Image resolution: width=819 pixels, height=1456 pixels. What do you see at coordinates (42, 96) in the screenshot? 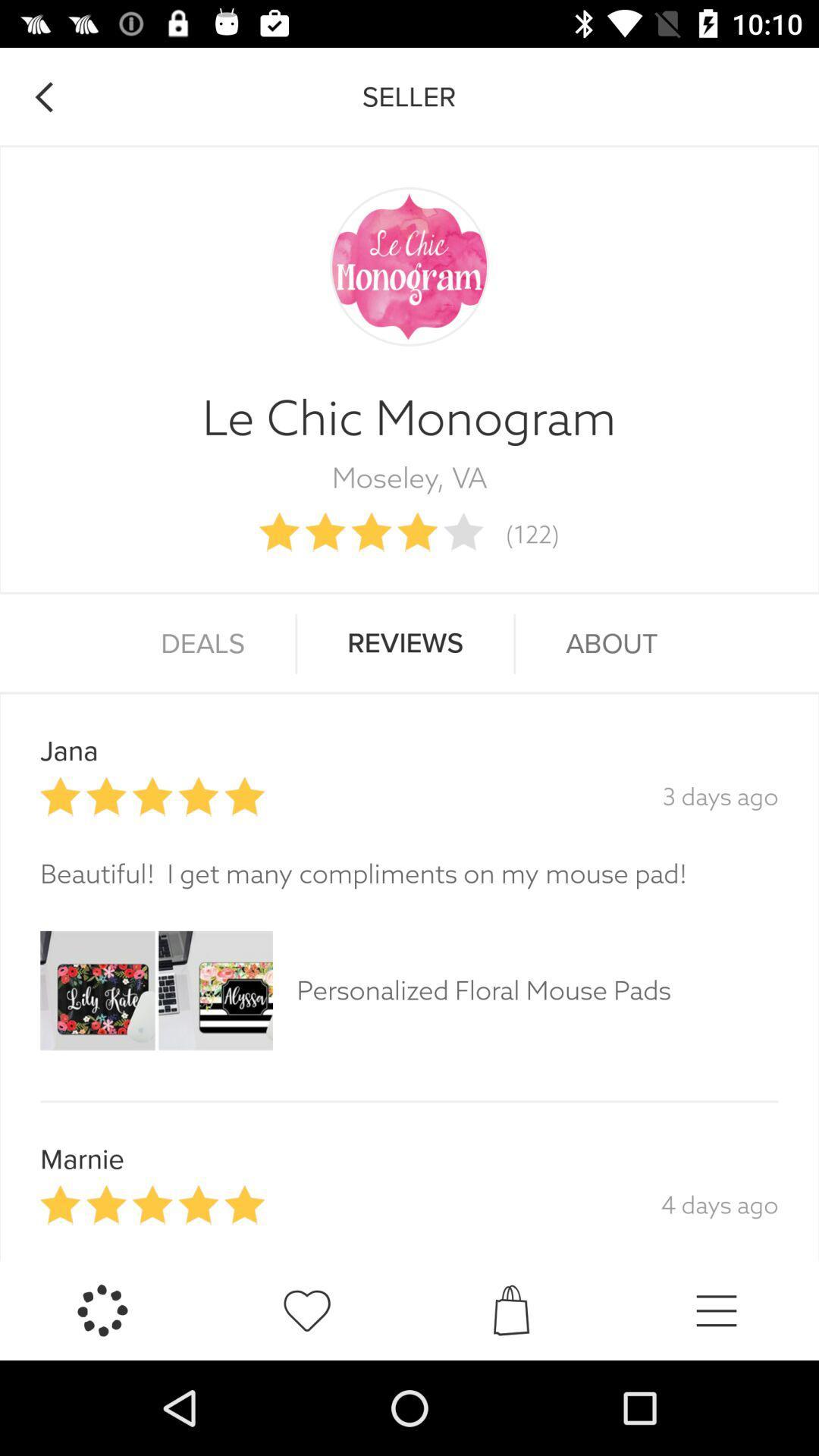
I see `the item above le chic monogram item` at bounding box center [42, 96].